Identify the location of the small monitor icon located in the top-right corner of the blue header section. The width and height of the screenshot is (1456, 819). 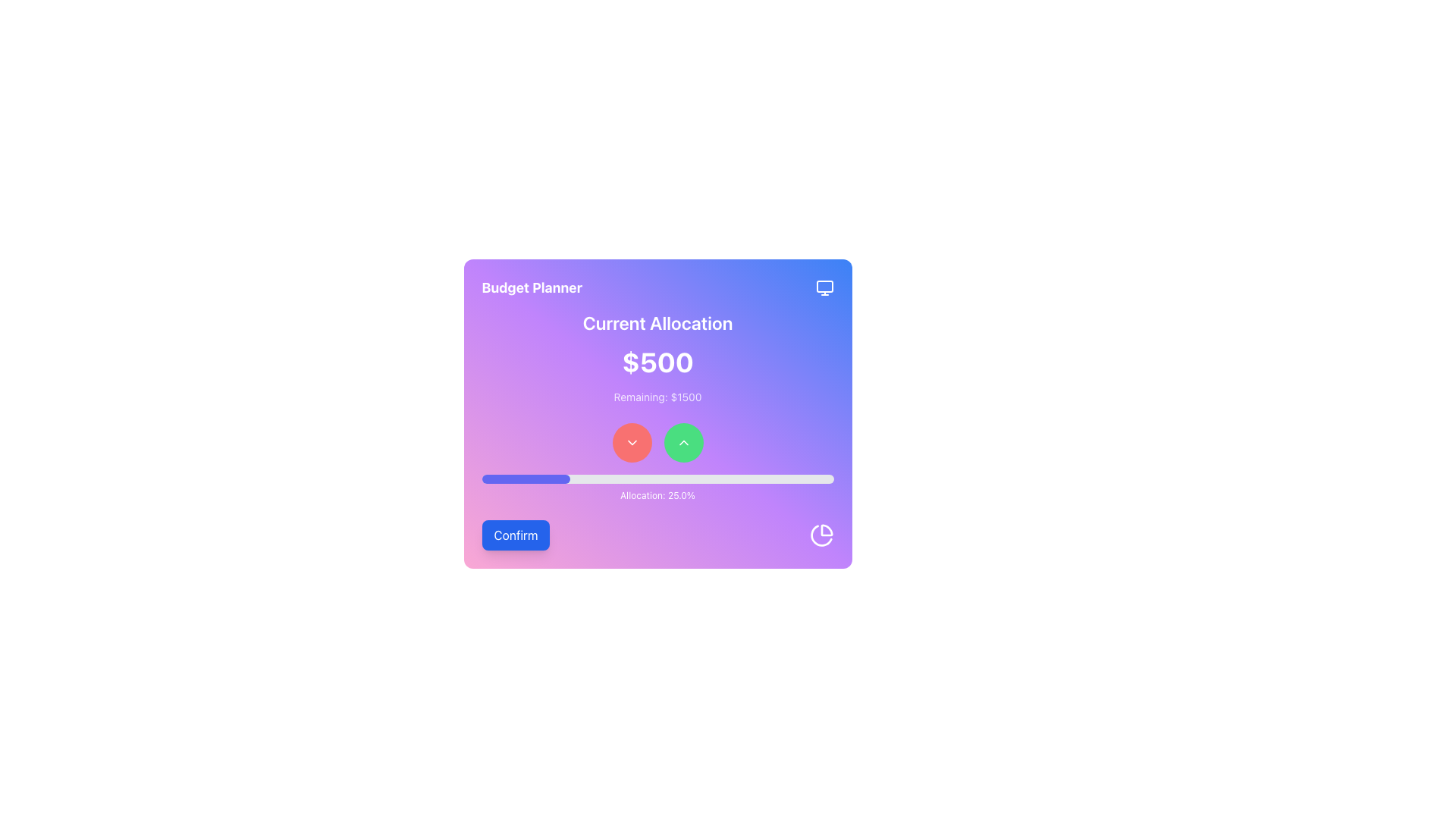
(824, 288).